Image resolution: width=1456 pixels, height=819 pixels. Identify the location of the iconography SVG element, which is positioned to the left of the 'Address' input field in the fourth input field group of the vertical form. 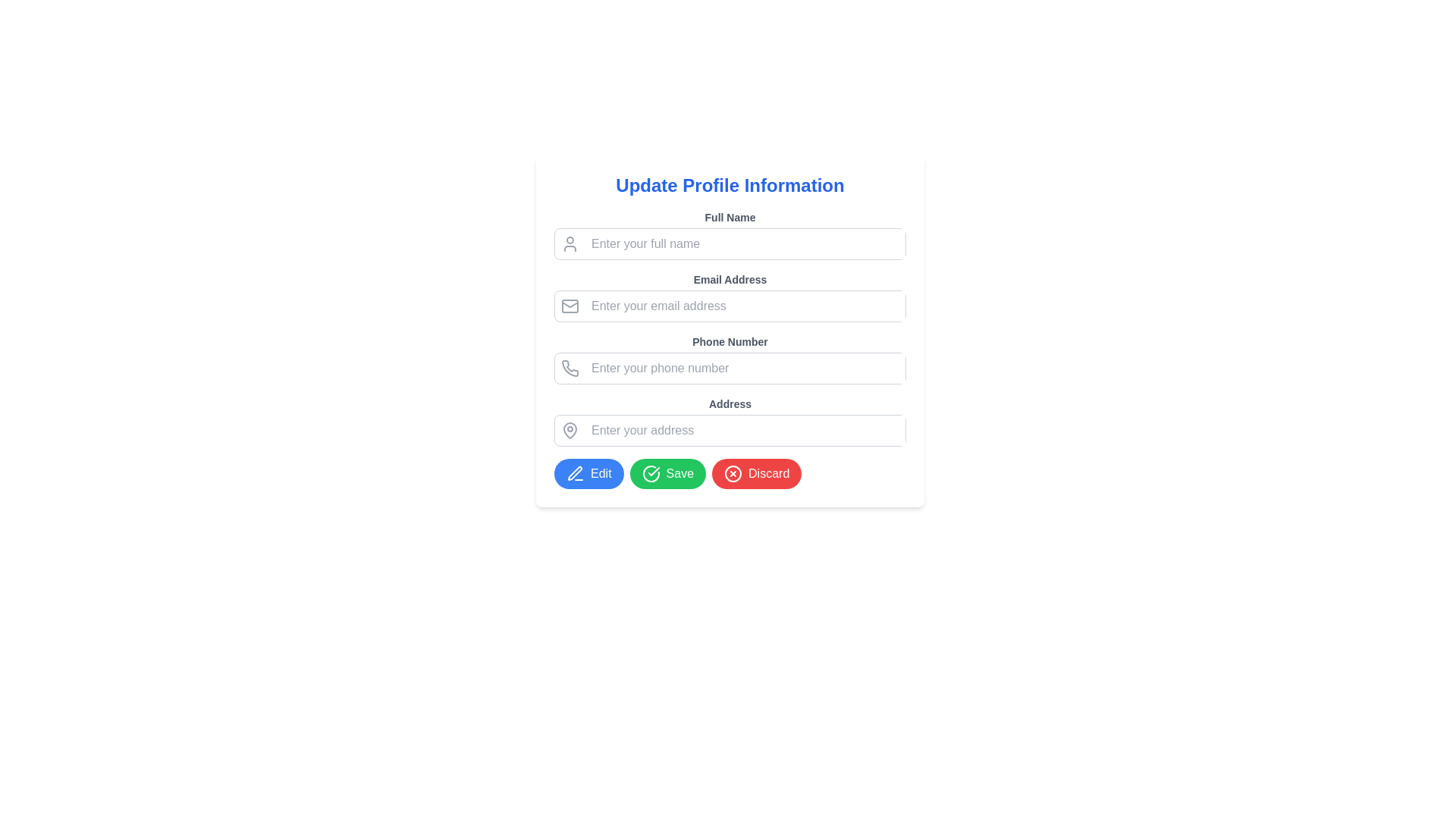
(570, 430).